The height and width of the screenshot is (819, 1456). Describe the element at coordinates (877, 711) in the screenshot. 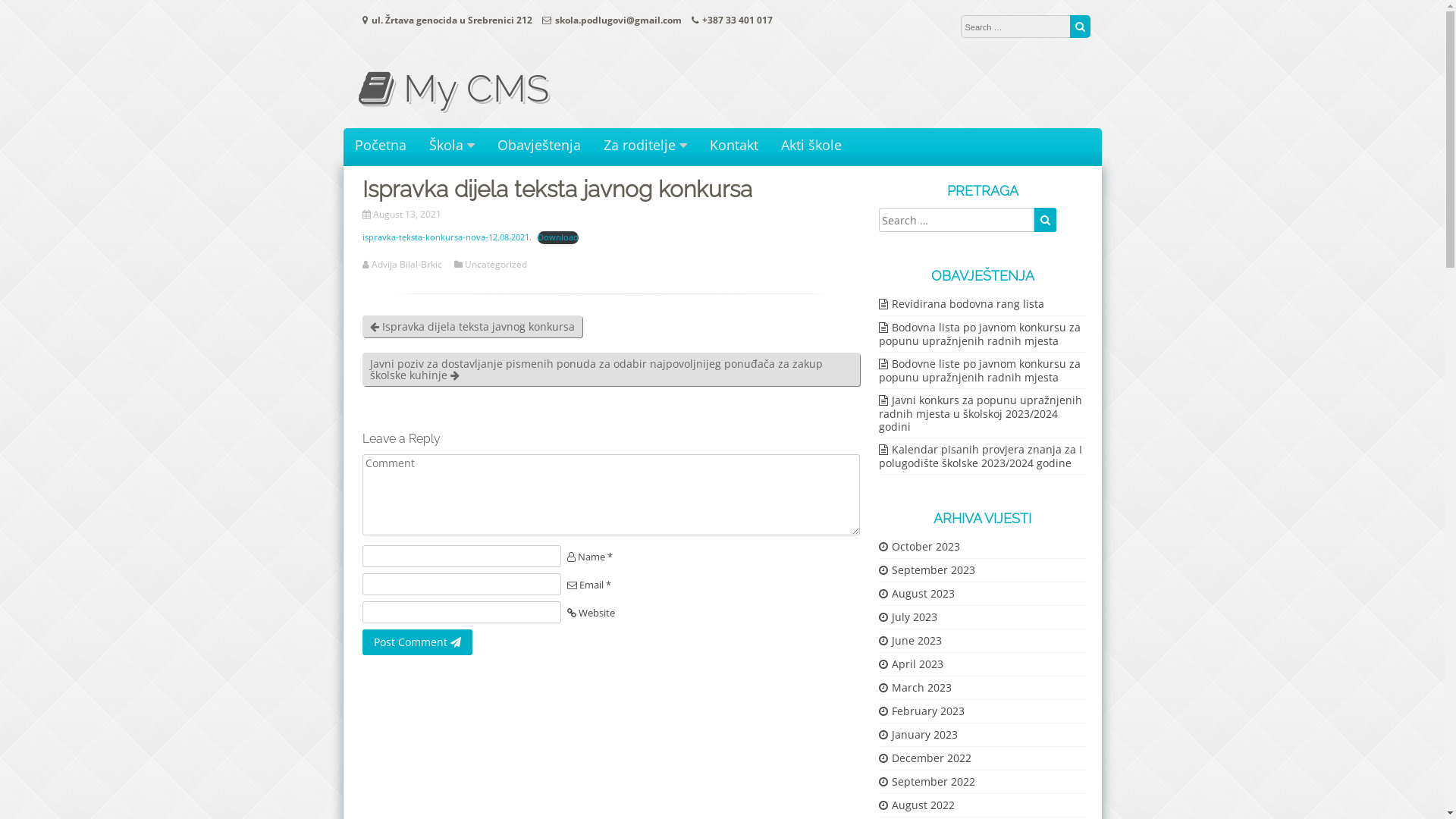

I see `'February 2023'` at that location.